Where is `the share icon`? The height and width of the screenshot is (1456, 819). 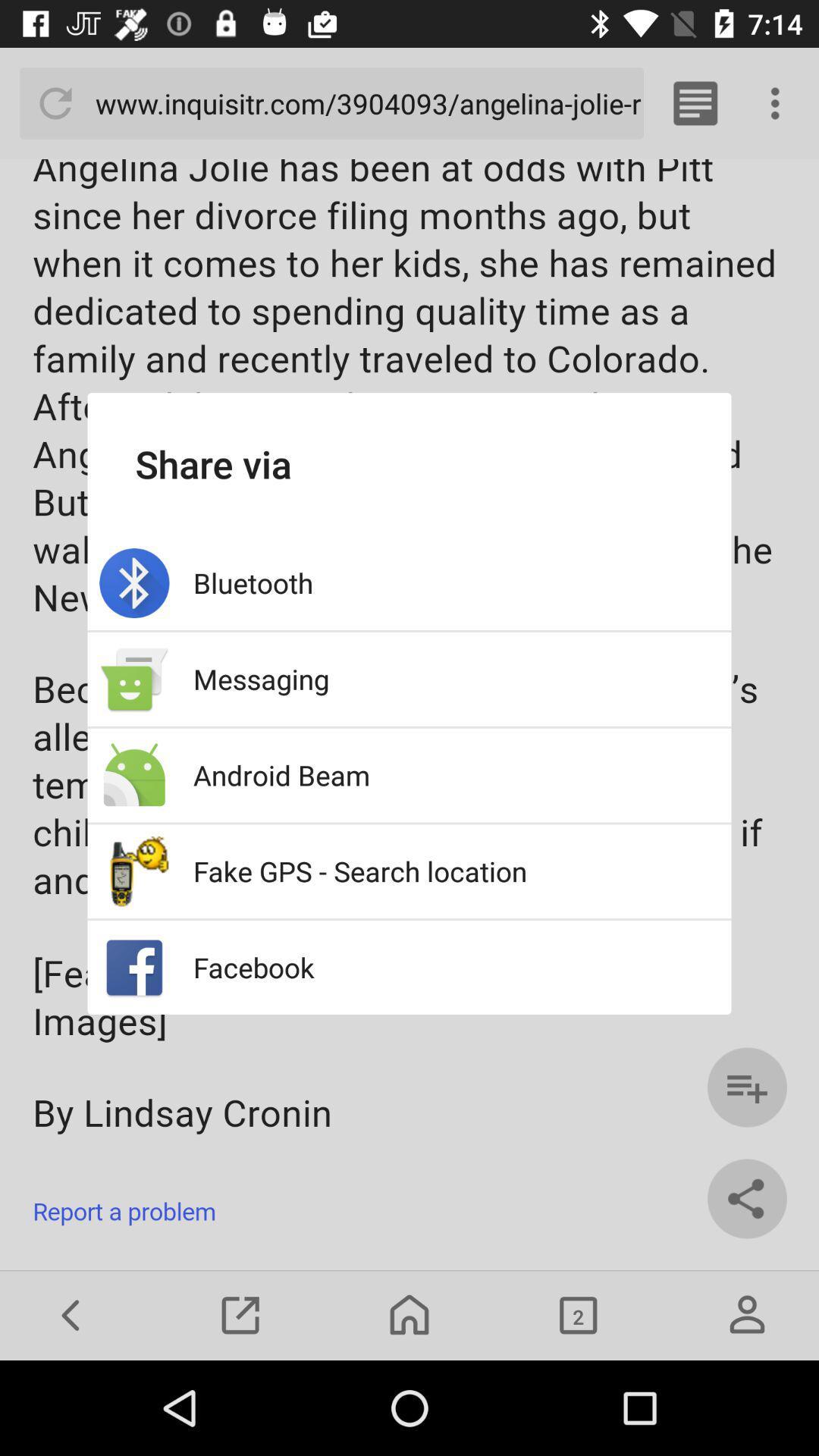
the share icon is located at coordinates (746, 1197).